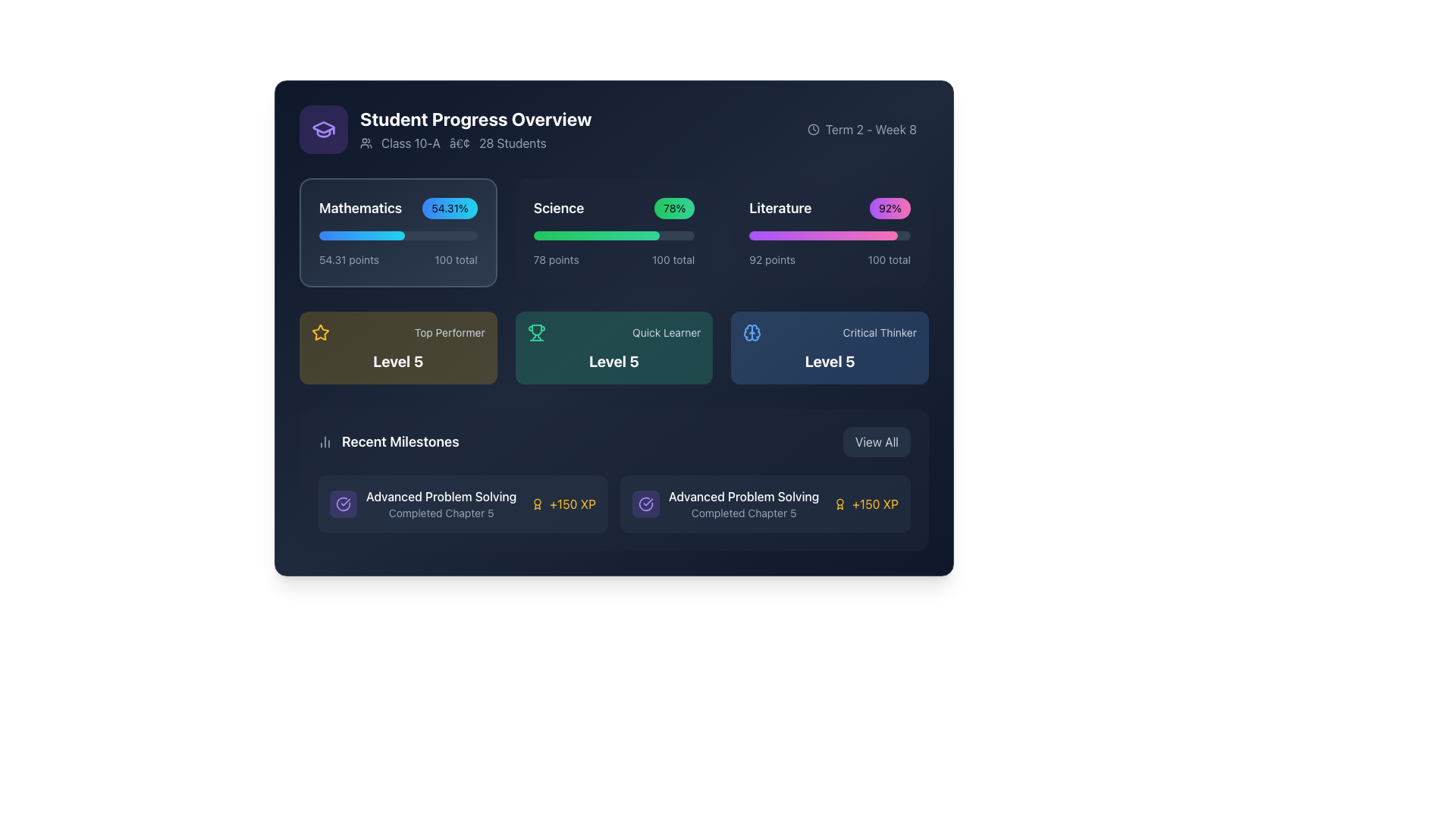  I want to click on the 'Top Performer' achievement card, which is the first card in a row of three, located below the student progress summary section, so click(398, 348).